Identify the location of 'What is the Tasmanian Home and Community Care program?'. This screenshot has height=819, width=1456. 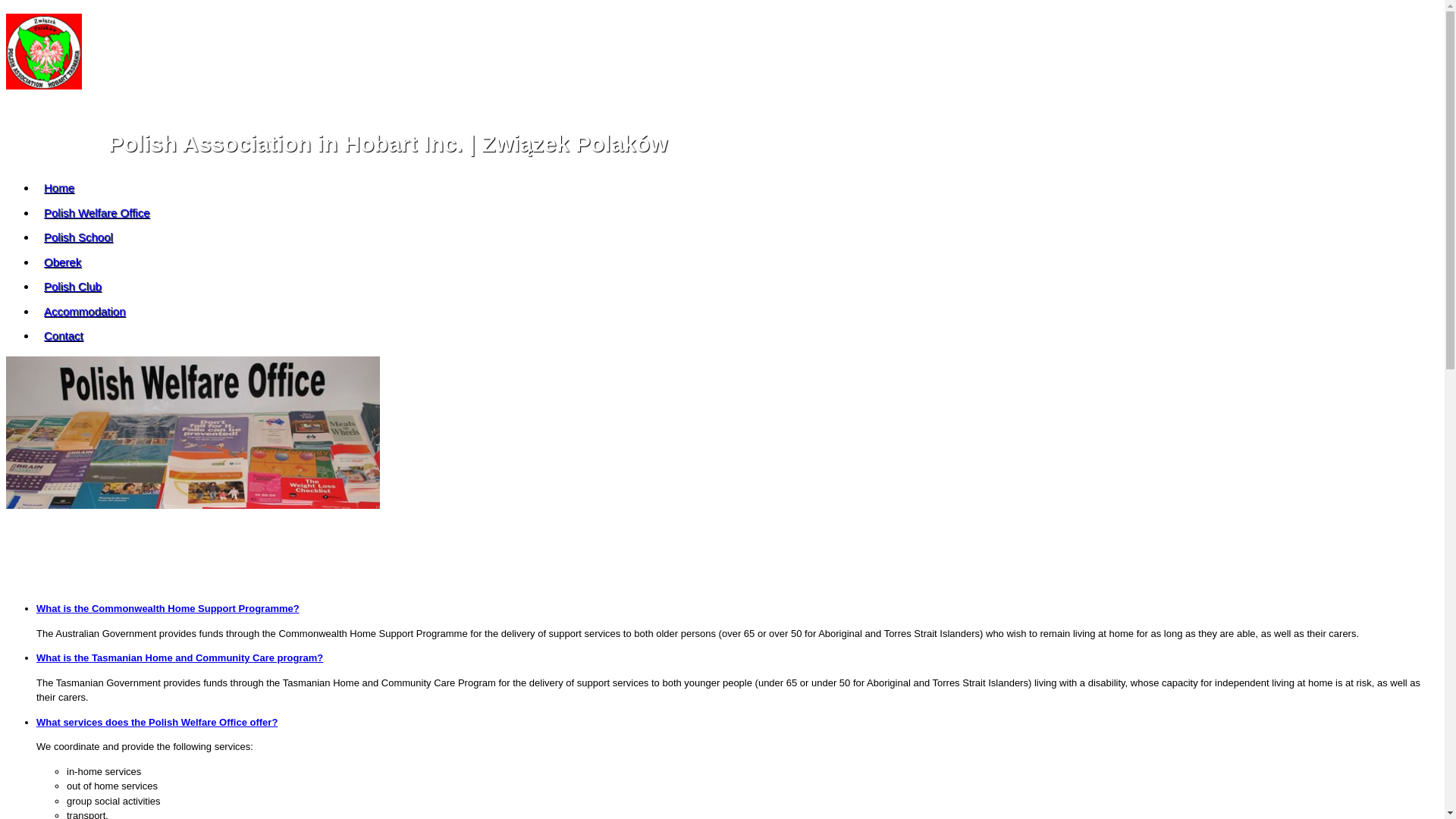
(179, 657).